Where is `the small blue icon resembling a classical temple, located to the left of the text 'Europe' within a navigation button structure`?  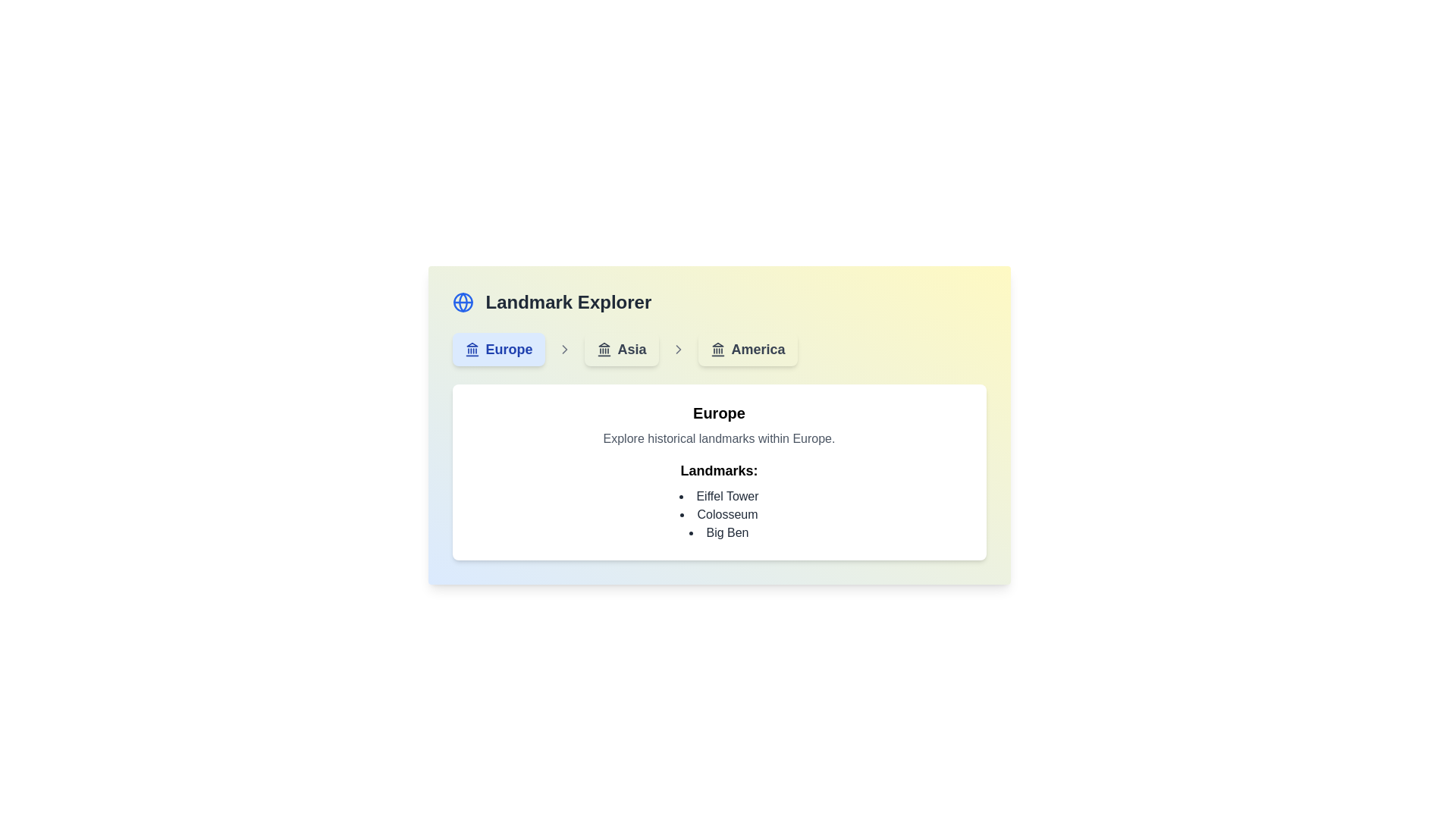
the small blue icon resembling a classical temple, located to the left of the text 'Europe' within a navigation button structure is located at coordinates (471, 350).